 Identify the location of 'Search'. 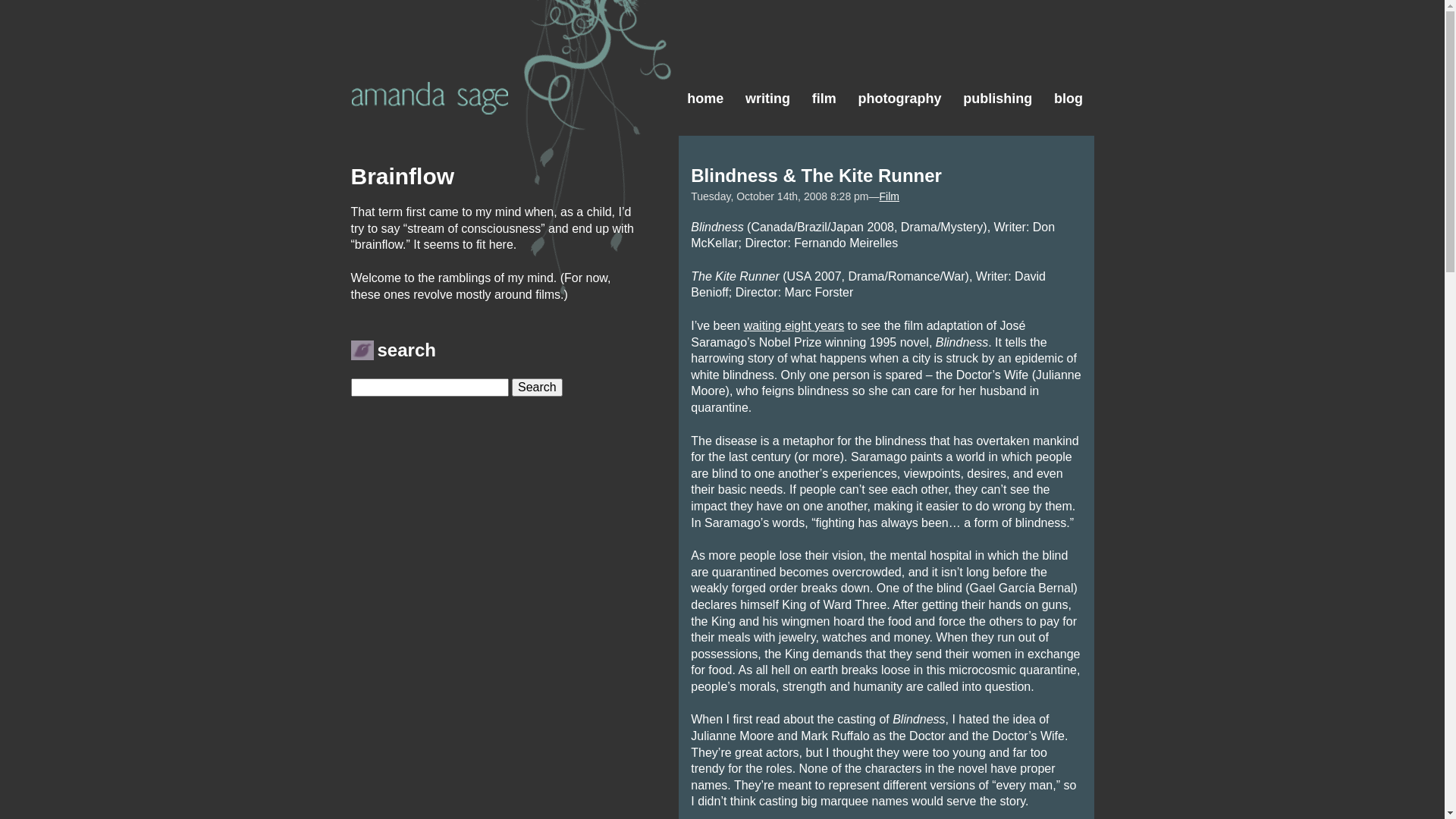
(512, 386).